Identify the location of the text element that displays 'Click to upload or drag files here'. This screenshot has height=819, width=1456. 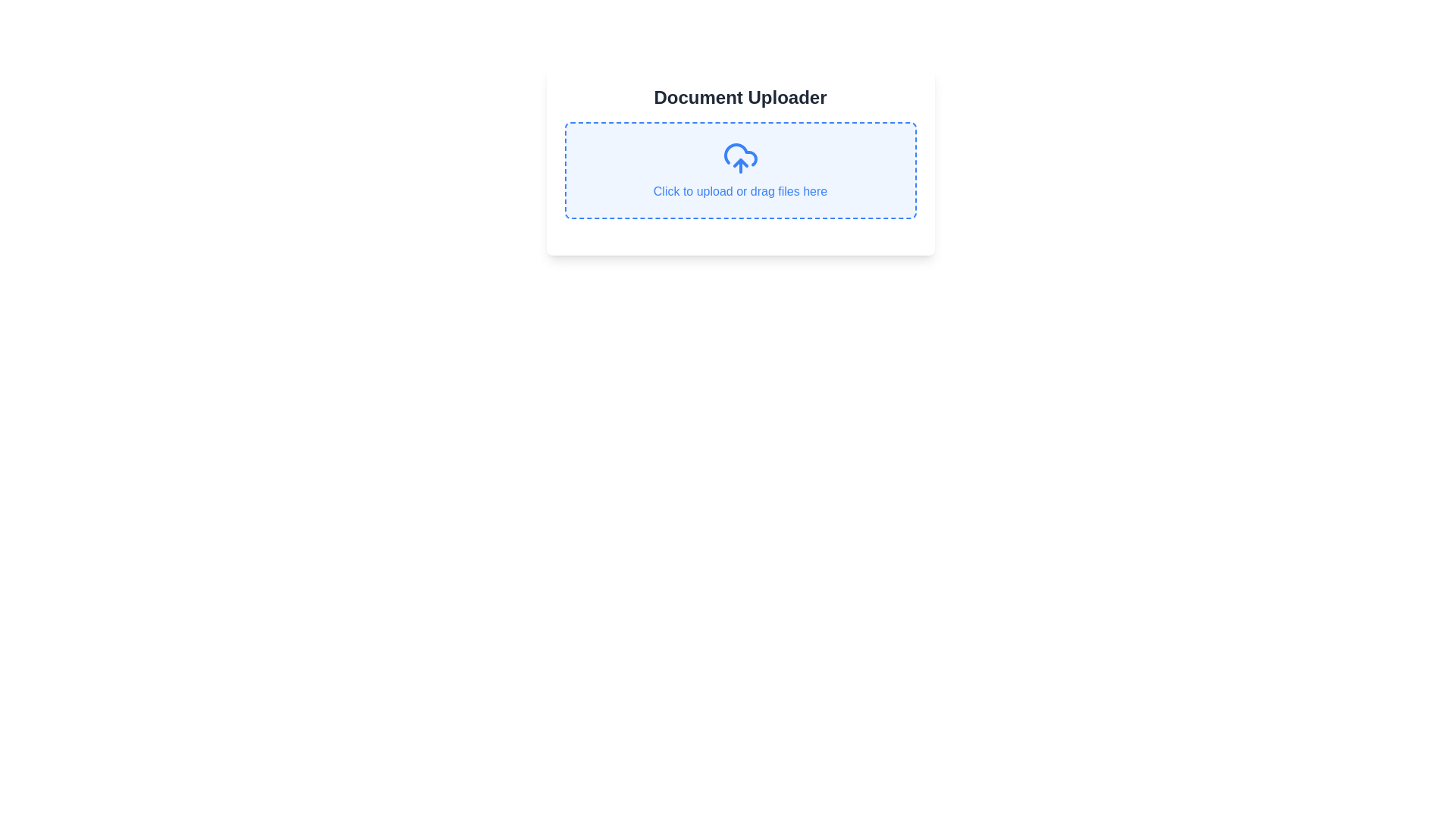
(740, 191).